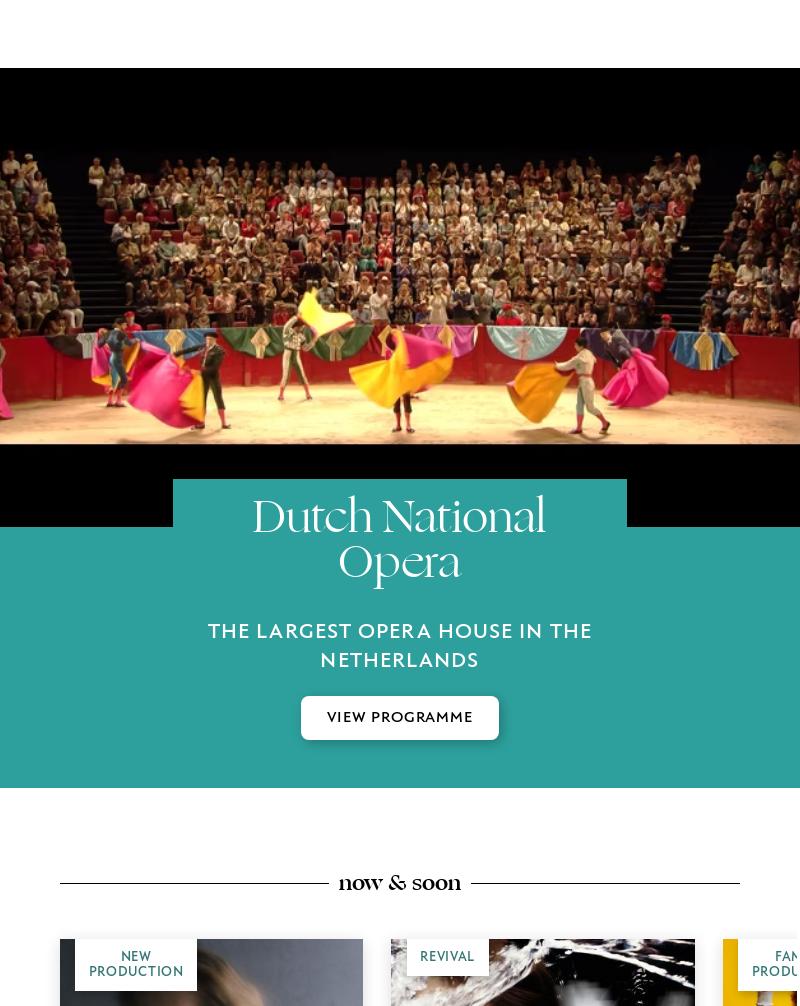 Image resolution: width=800 pixels, height=1006 pixels. Describe the element at coordinates (400, 340) in the screenshot. I see `'Always know what’s on'` at that location.